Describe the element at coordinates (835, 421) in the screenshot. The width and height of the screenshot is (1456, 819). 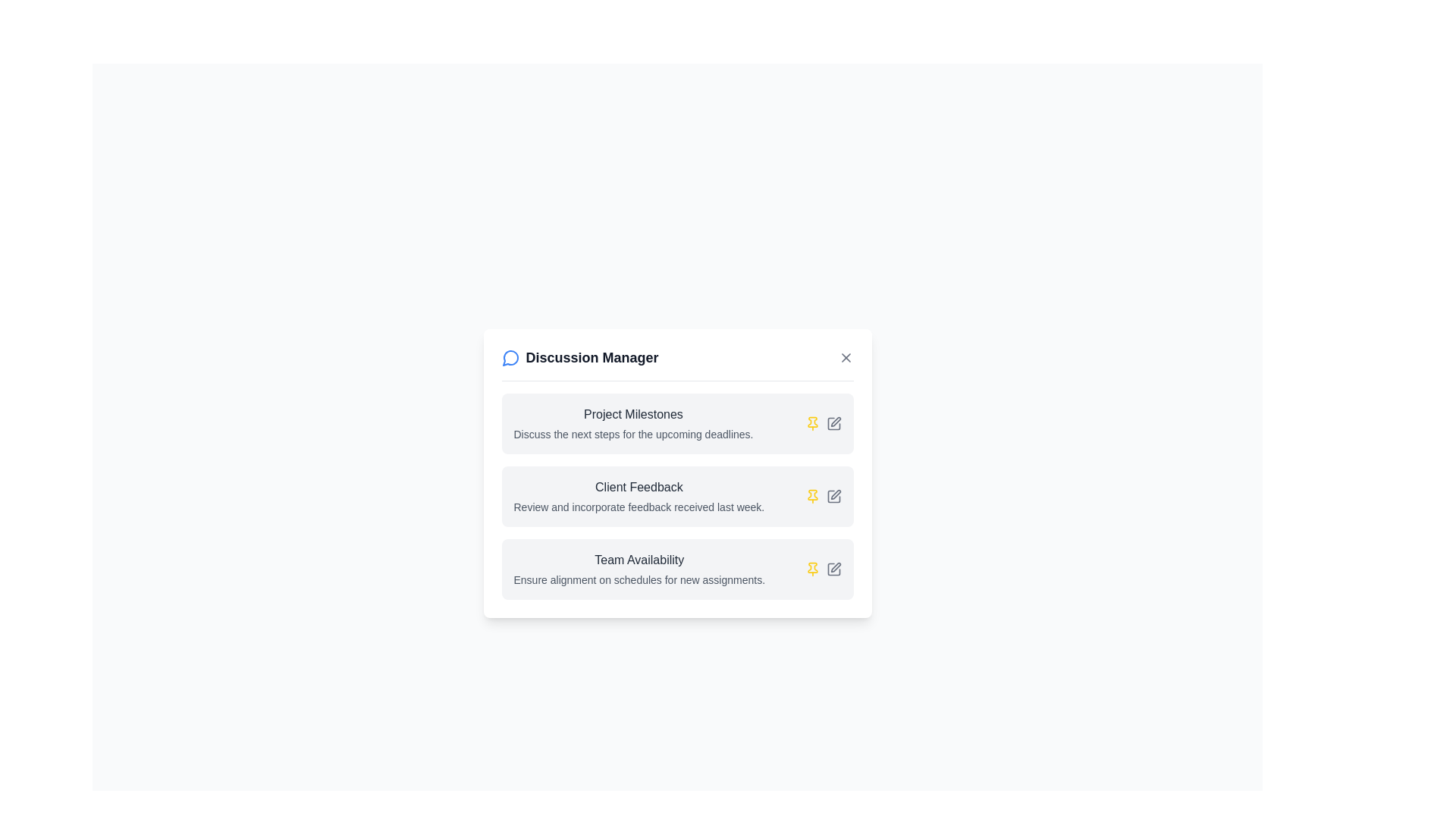
I see `the icon button resembling a pen located to the right of 'Client Feedback'` at that location.